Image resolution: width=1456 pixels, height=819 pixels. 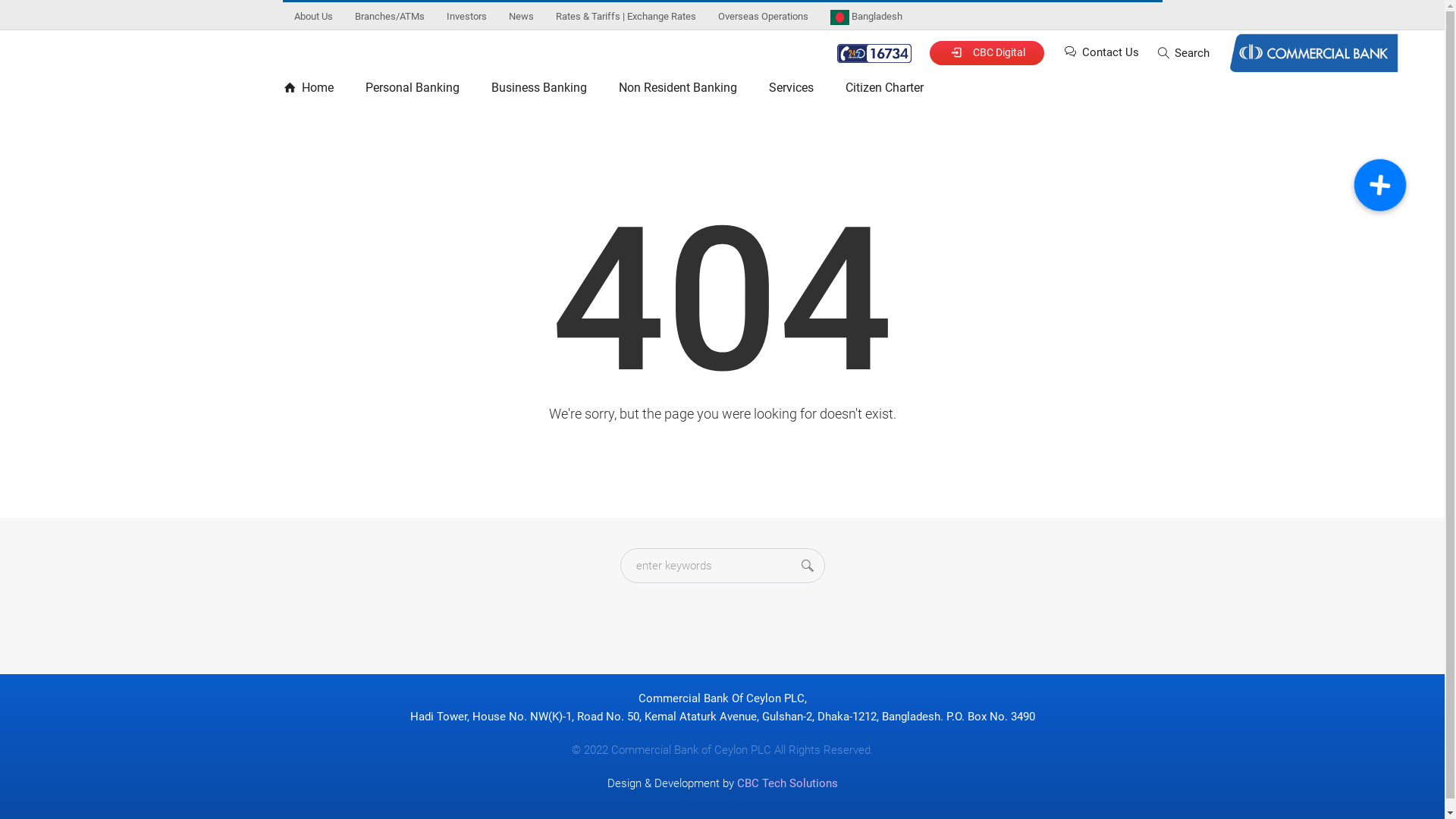 I want to click on 'Home', so click(x=315, y=90).